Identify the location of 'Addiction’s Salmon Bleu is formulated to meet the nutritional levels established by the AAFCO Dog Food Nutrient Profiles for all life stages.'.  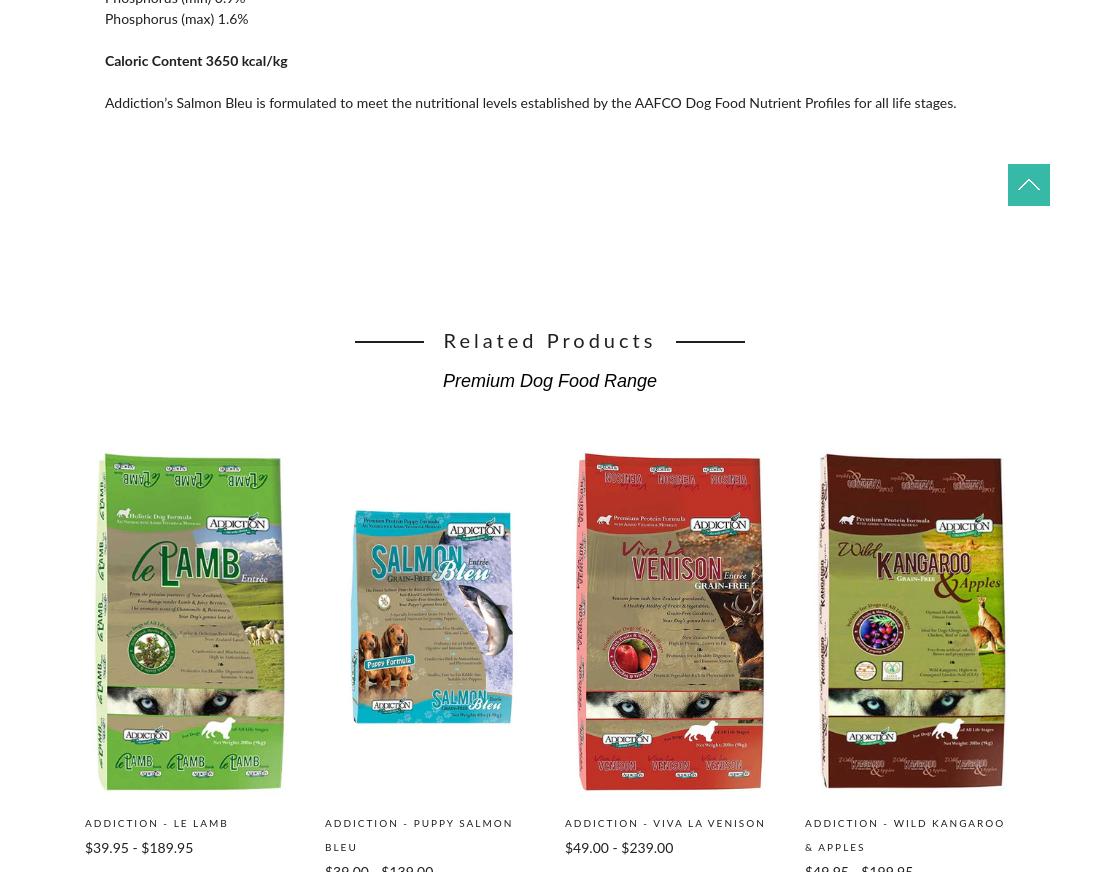
(530, 103).